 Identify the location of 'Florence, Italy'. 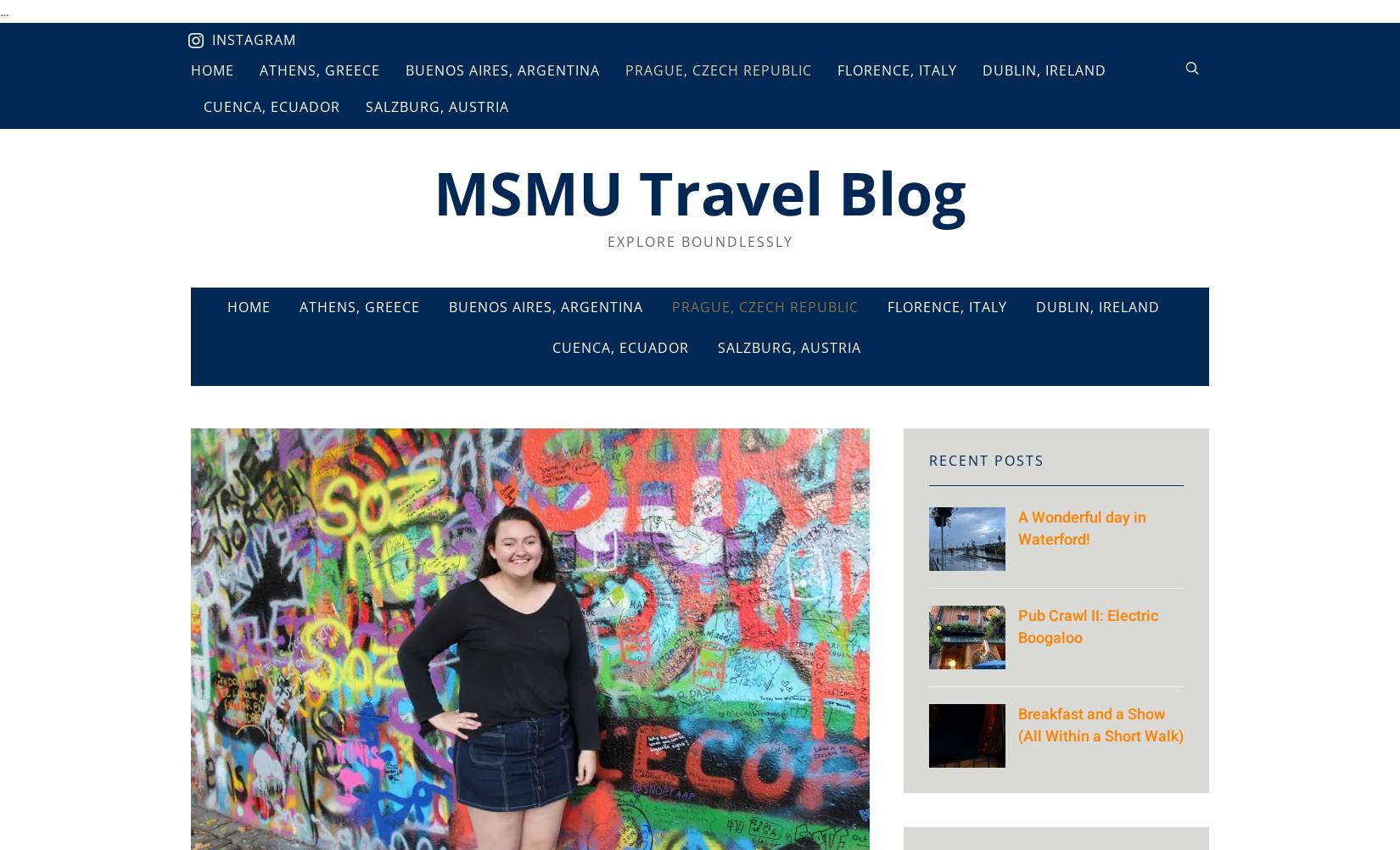
(947, 307).